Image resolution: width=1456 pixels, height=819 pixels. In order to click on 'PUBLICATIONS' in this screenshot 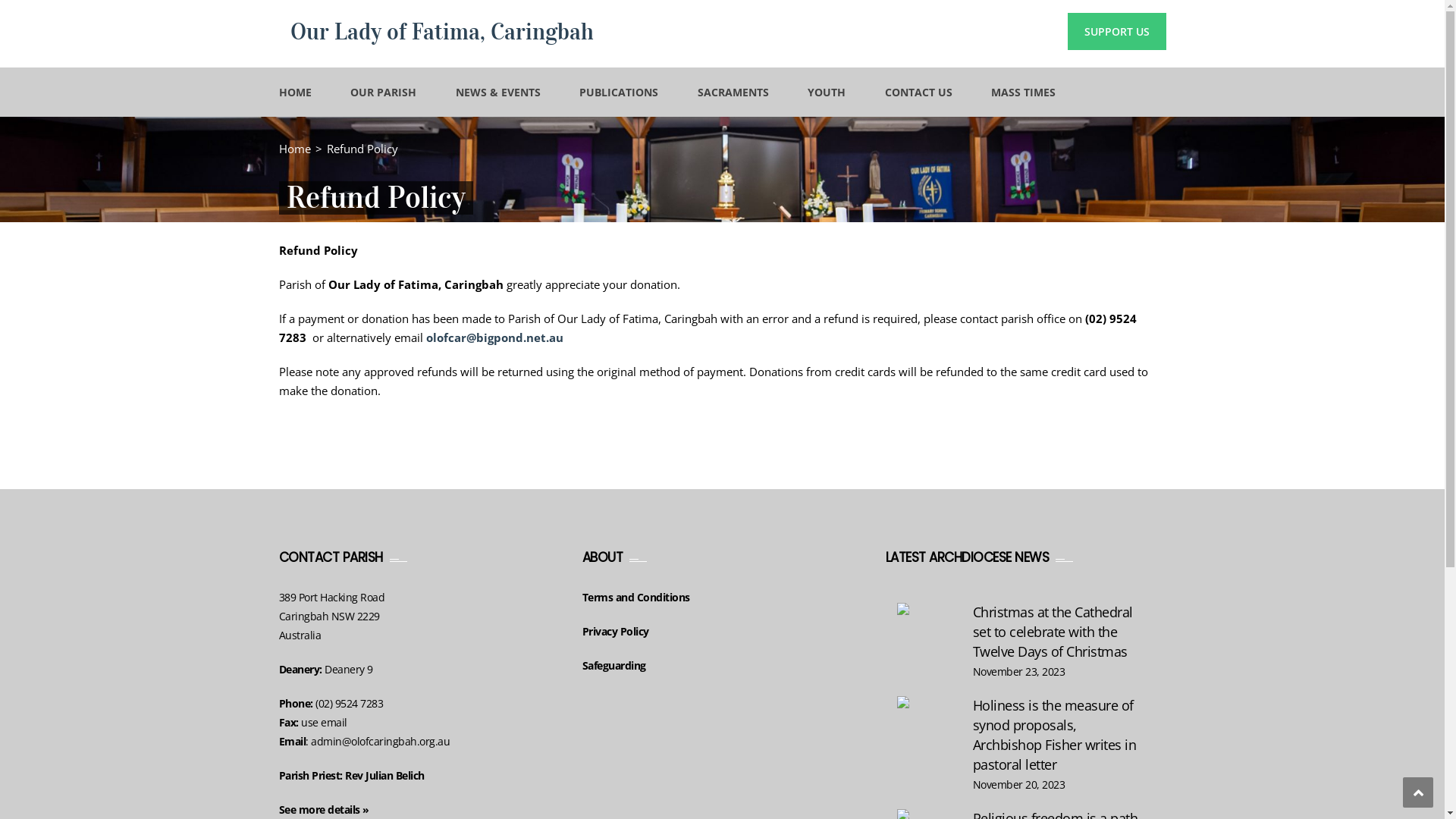, I will do `click(578, 92)`.